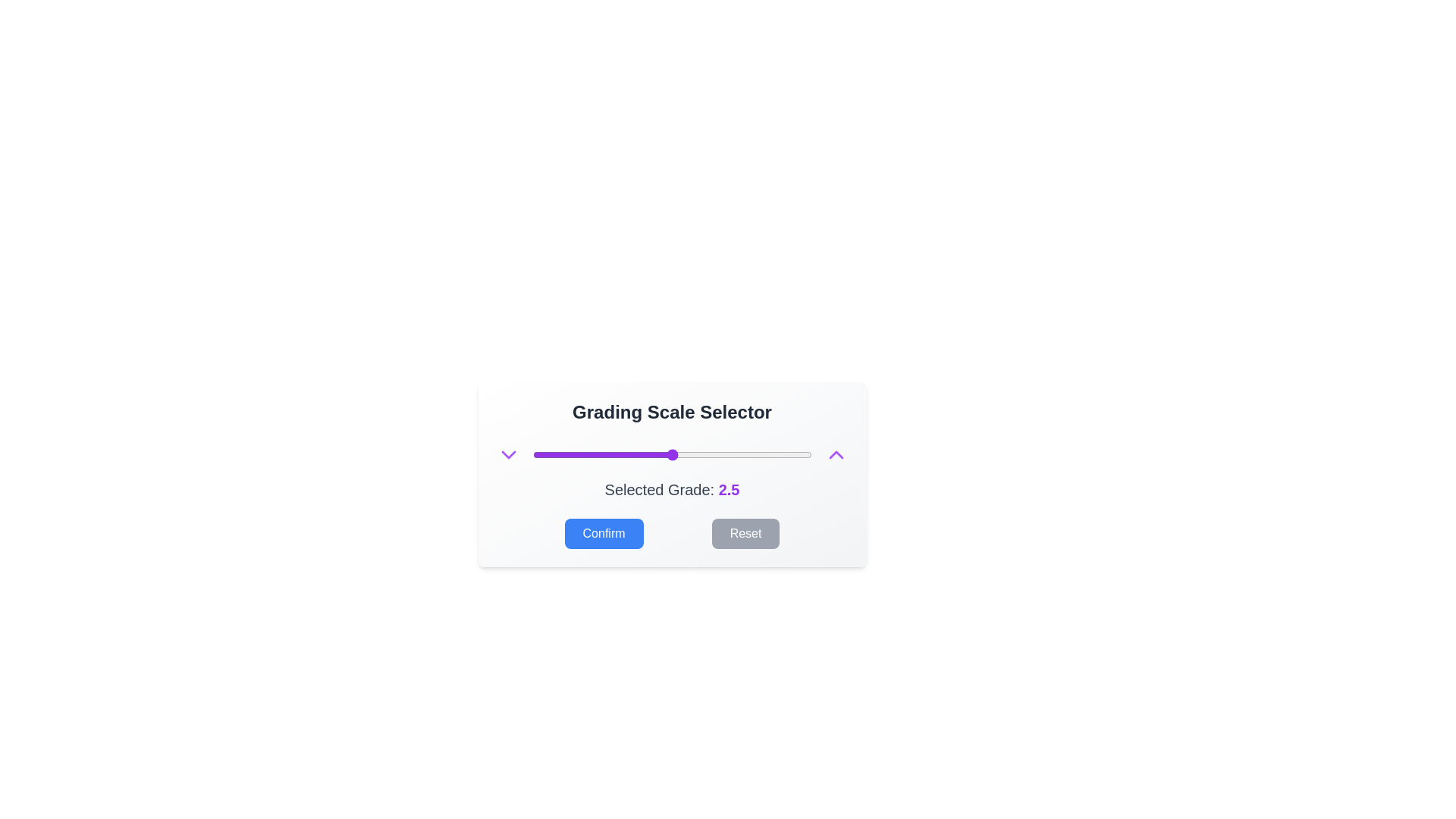  I want to click on Confirm button to confirm the selected grade, so click(603, 533).